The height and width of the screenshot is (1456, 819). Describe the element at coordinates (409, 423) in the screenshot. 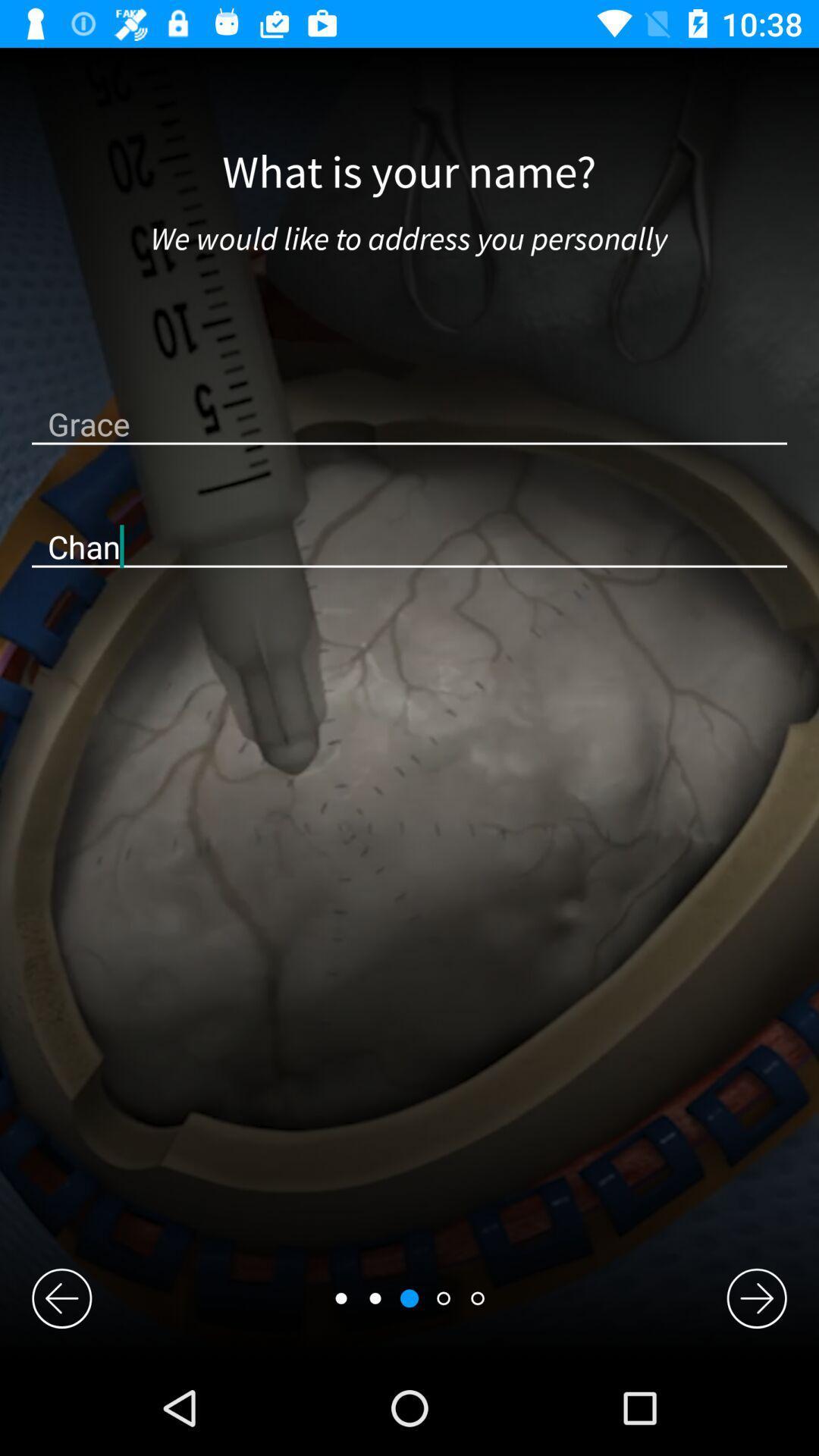

I see `icon below we would like item` at that location.